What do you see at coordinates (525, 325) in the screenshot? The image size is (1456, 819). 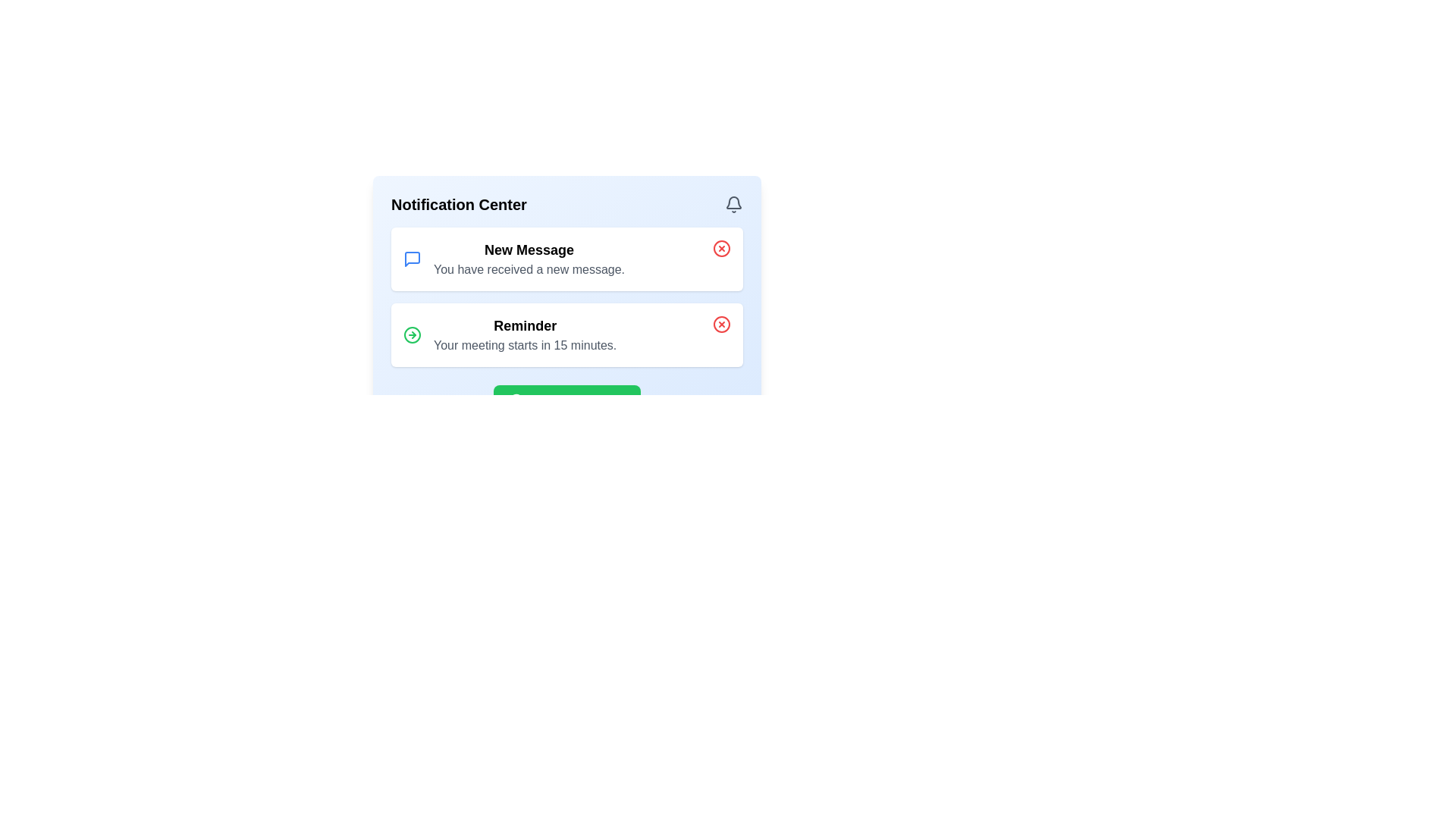 I see `text label that says 'Reminder', which is styled in bold and larger font as part of a notification card` at bounding box center [525, 325].